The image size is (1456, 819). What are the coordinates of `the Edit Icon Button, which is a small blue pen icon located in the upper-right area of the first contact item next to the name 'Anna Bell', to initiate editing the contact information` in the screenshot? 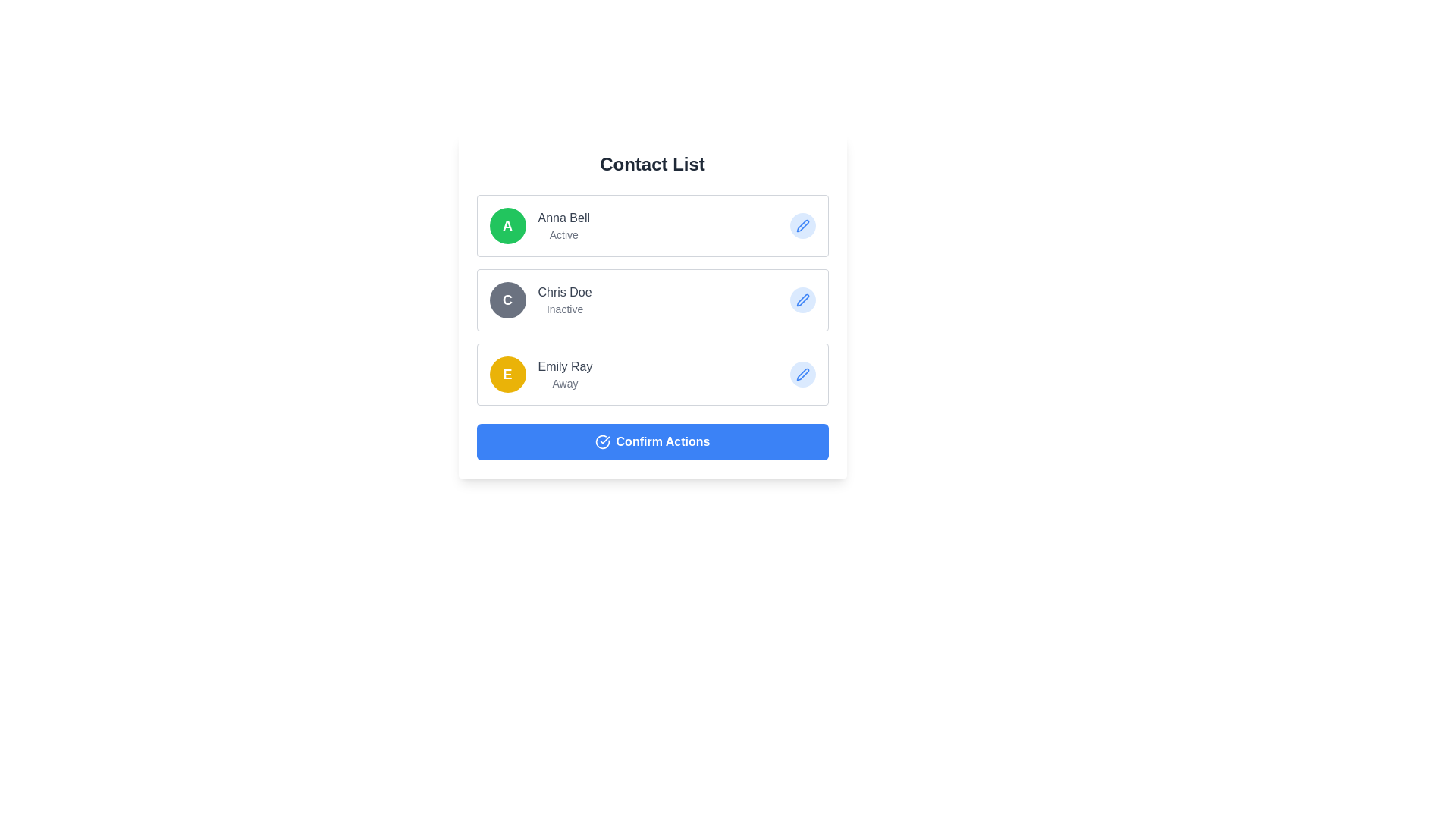 It's located at (802, 225).